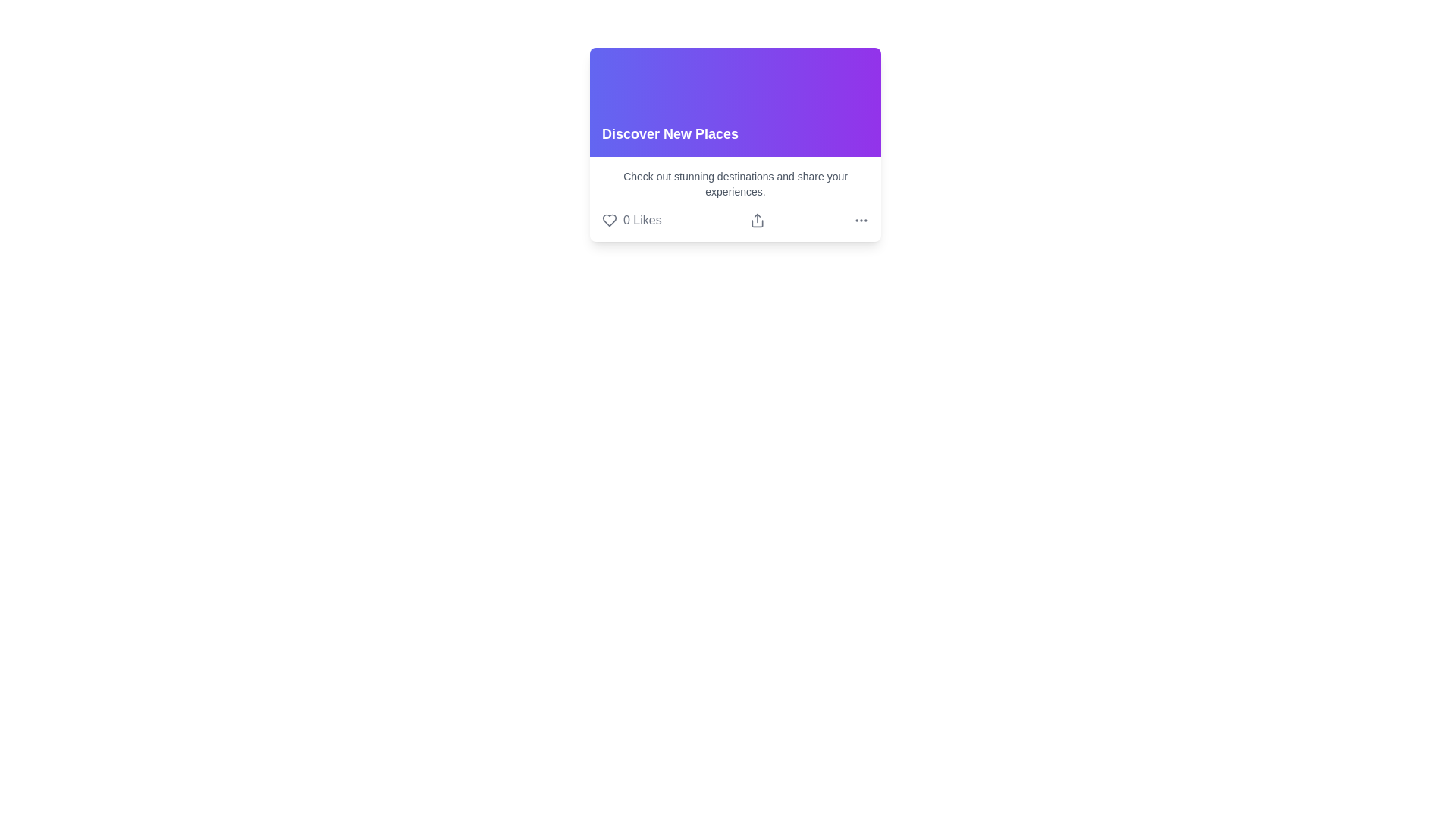  What do you see at coordinates (610, 220) in the screenshot?
I see `the like icon positioned on the left side of the group containing '0 Likes' at the bottom left section of the card interface` at bounding box center [610, 220].